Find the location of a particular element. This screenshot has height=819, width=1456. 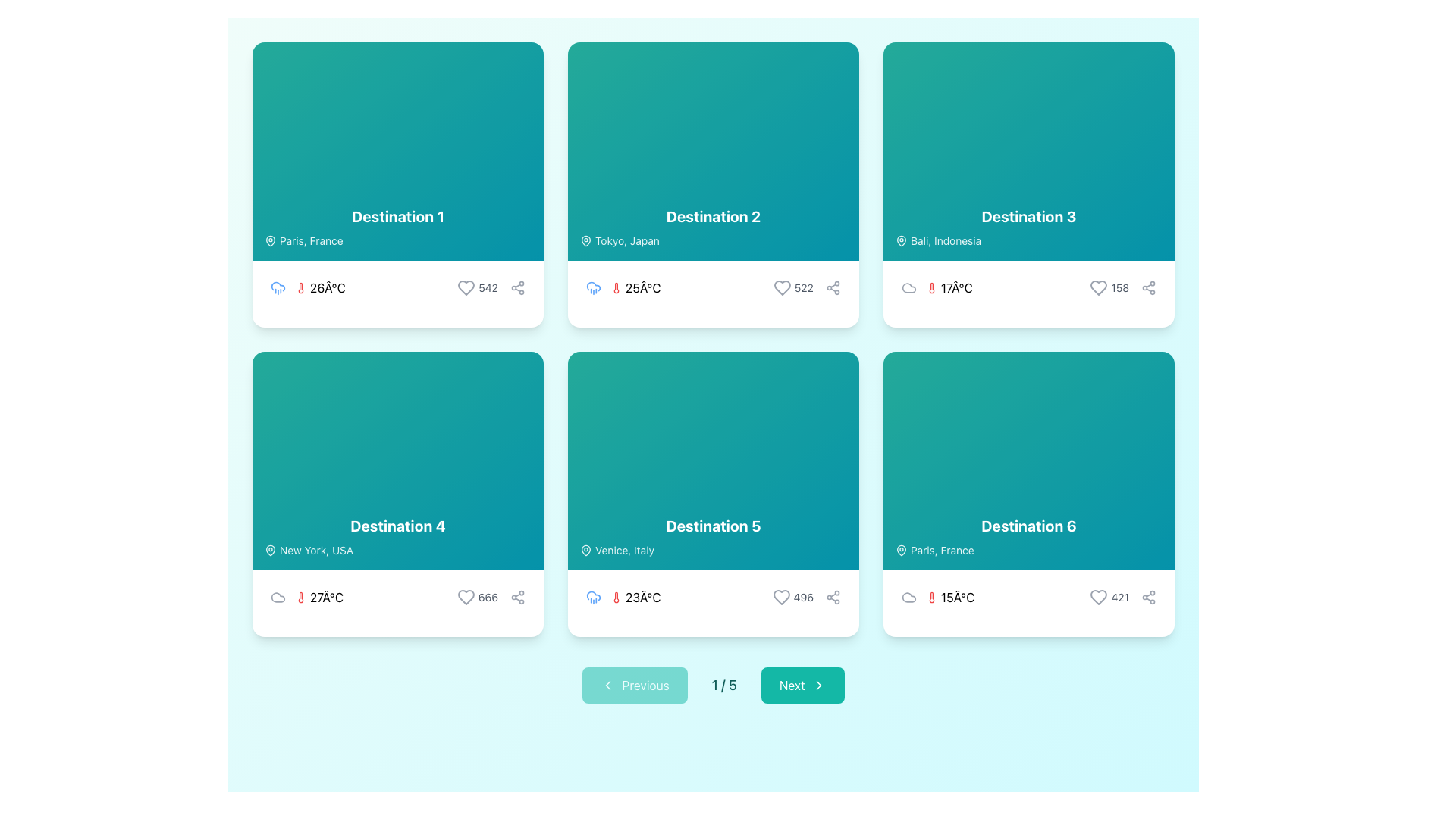

the teal 'Previous' button with white text and a left-pointing chevron icon is located at coordinates (635, 685).